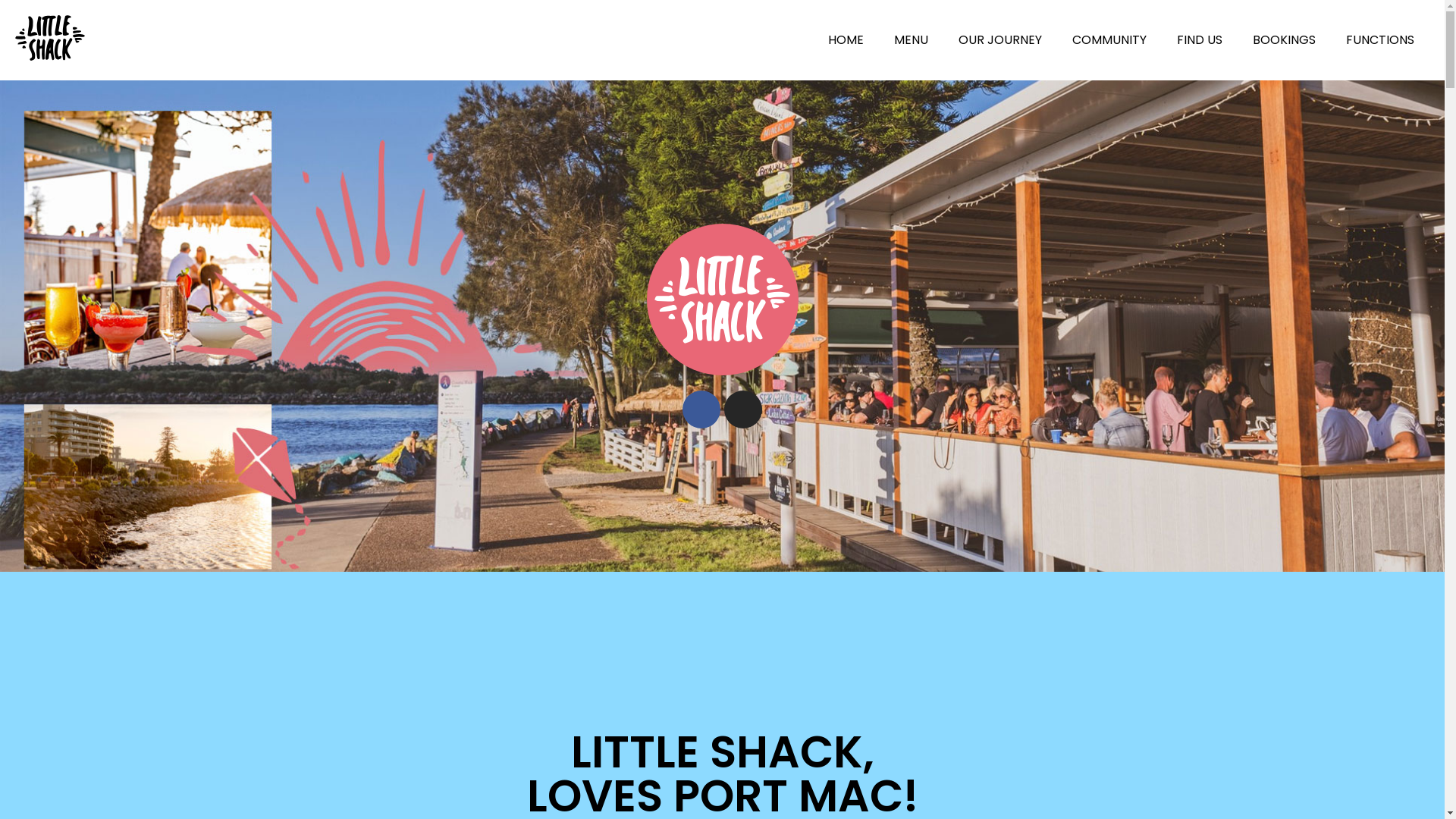 Image resolution: width=1456 pixels, height=819 pixels. I want to click on 'FUNCTIONS', so click(1379, 39).